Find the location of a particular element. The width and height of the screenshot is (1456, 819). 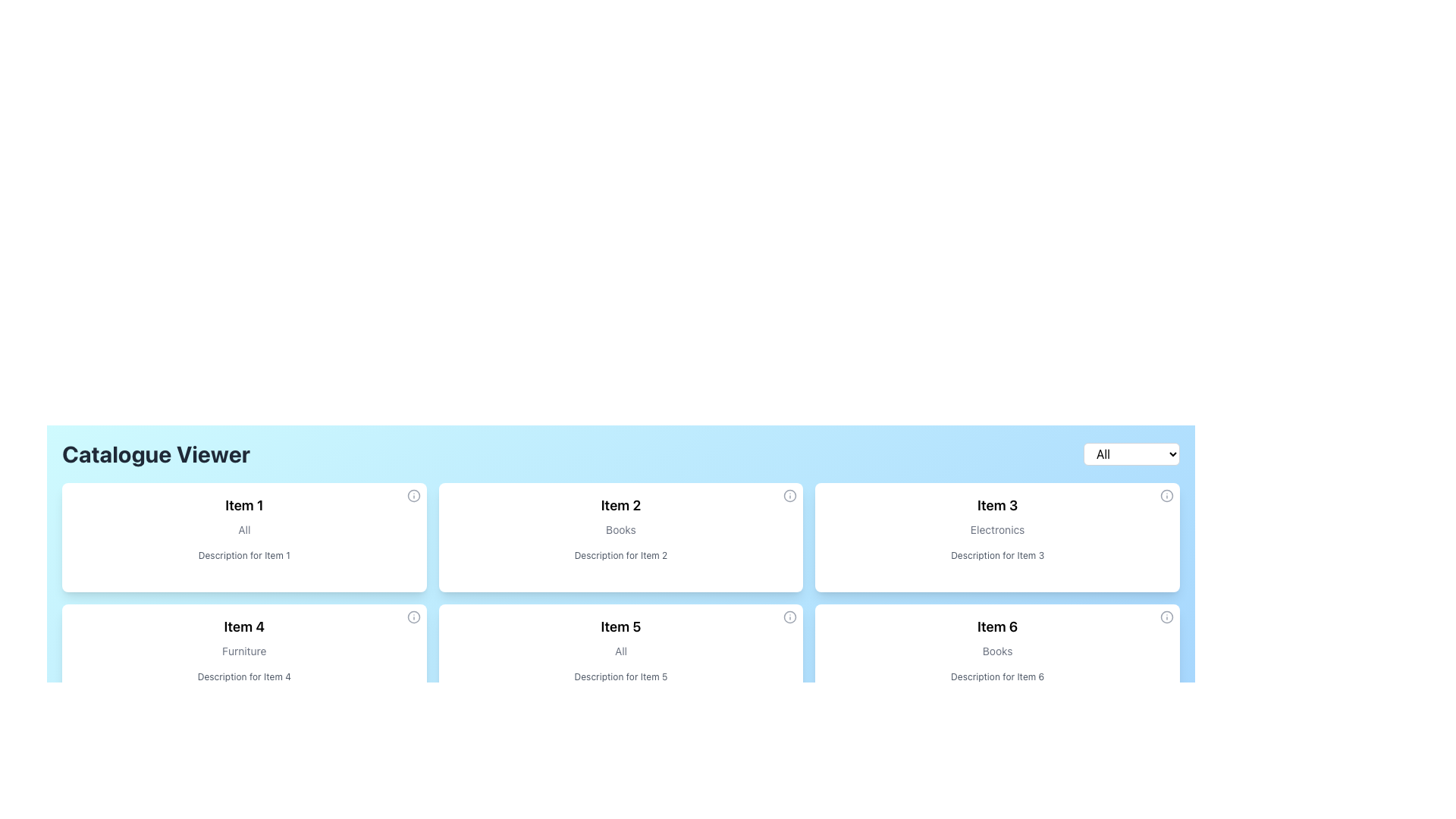

the content card located in the second row, third column of the grid layout, which displays a title, category, and description is located at coordinates (621, 657).